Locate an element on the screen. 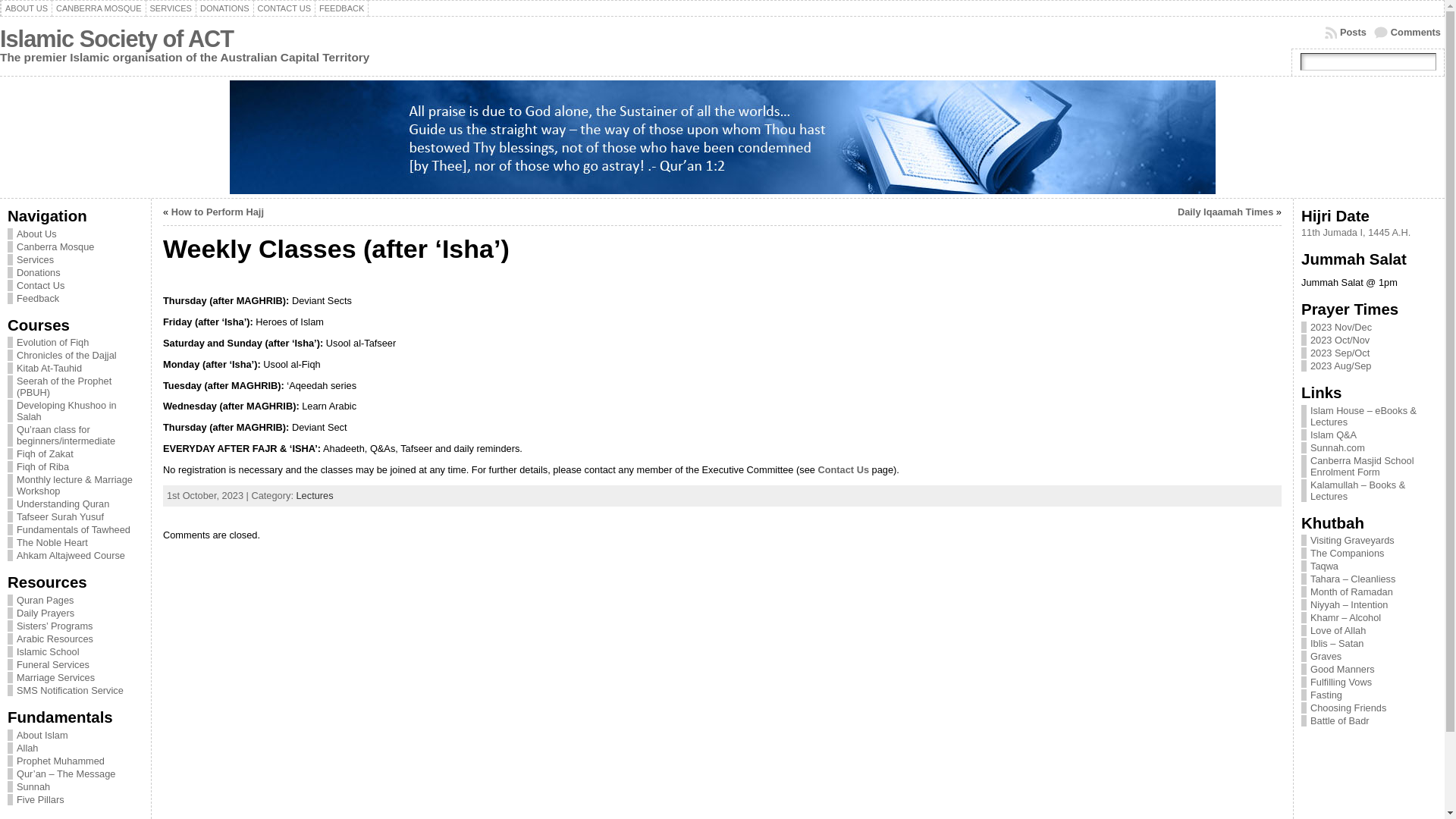 The width and height of the screenshot is (1456, 819). 'Monthly lecture & Marriage Workshop' is located at coordinates (7, 485).